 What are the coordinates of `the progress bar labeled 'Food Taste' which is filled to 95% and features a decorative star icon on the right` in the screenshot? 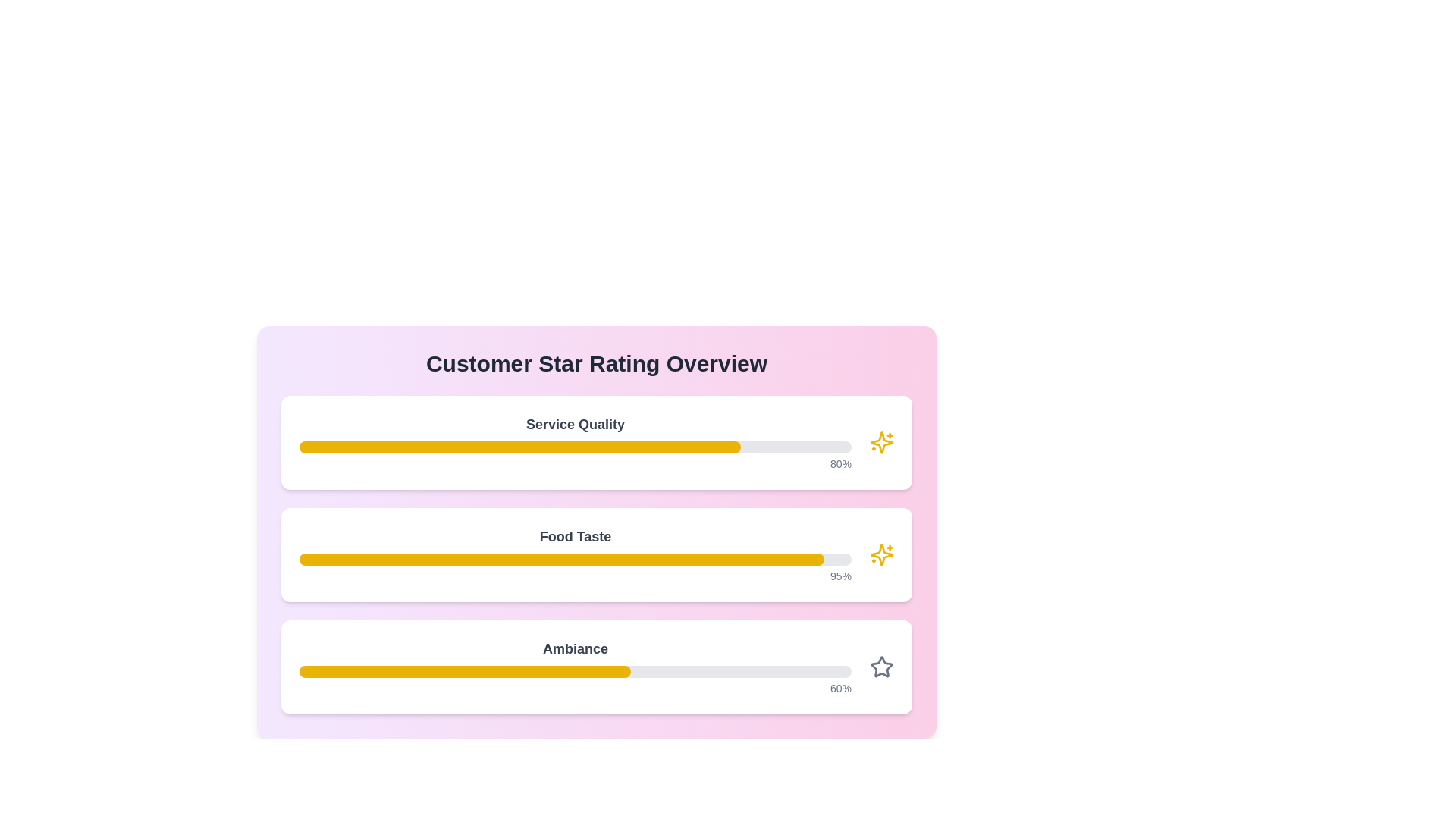 It's located at (596, 555).